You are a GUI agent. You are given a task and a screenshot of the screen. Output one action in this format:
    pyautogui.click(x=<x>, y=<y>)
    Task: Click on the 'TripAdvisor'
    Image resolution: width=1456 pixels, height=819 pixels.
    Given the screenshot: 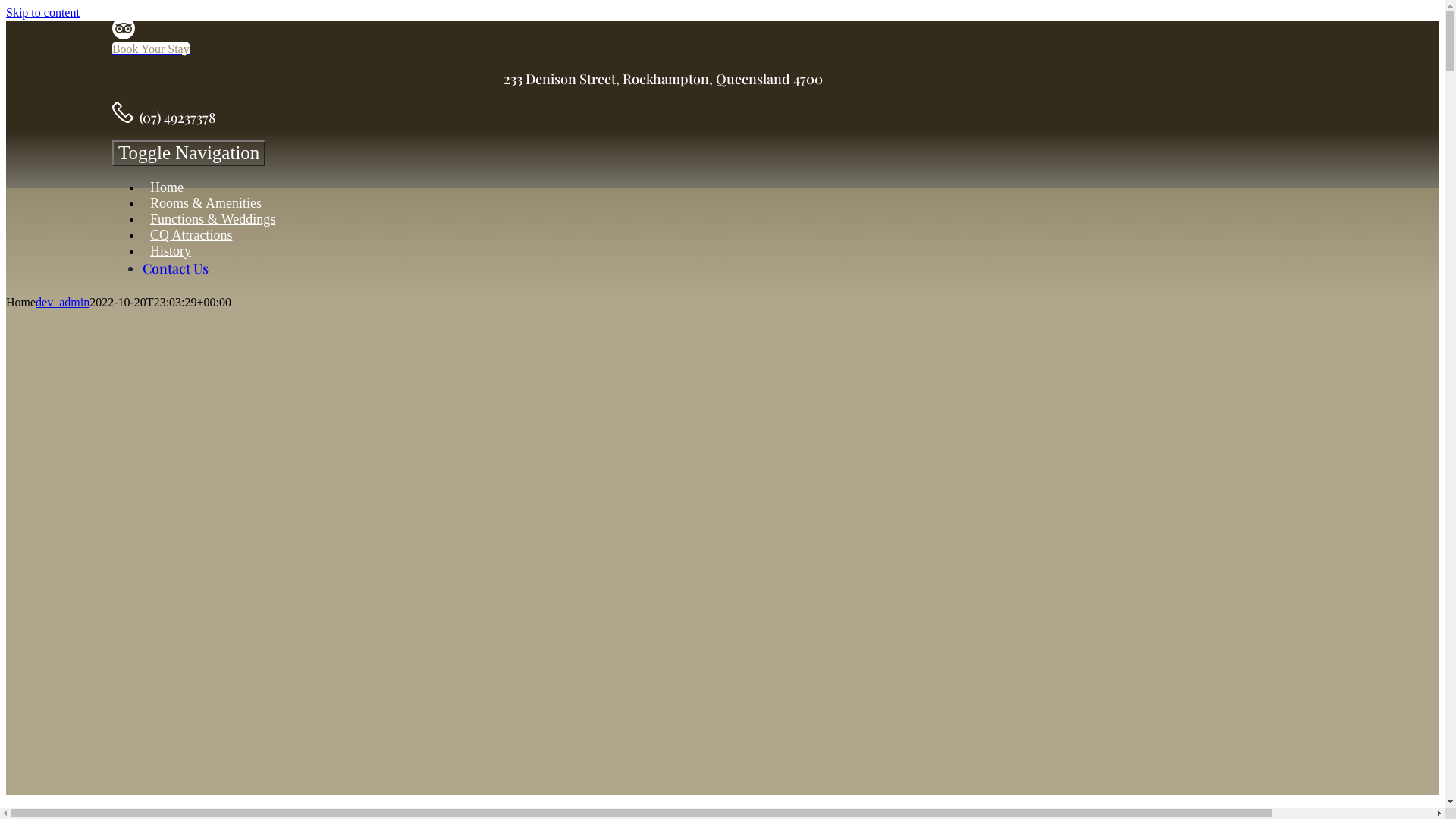 What is the action you would take?
    pyautogui.click(x=124, y=34)
    